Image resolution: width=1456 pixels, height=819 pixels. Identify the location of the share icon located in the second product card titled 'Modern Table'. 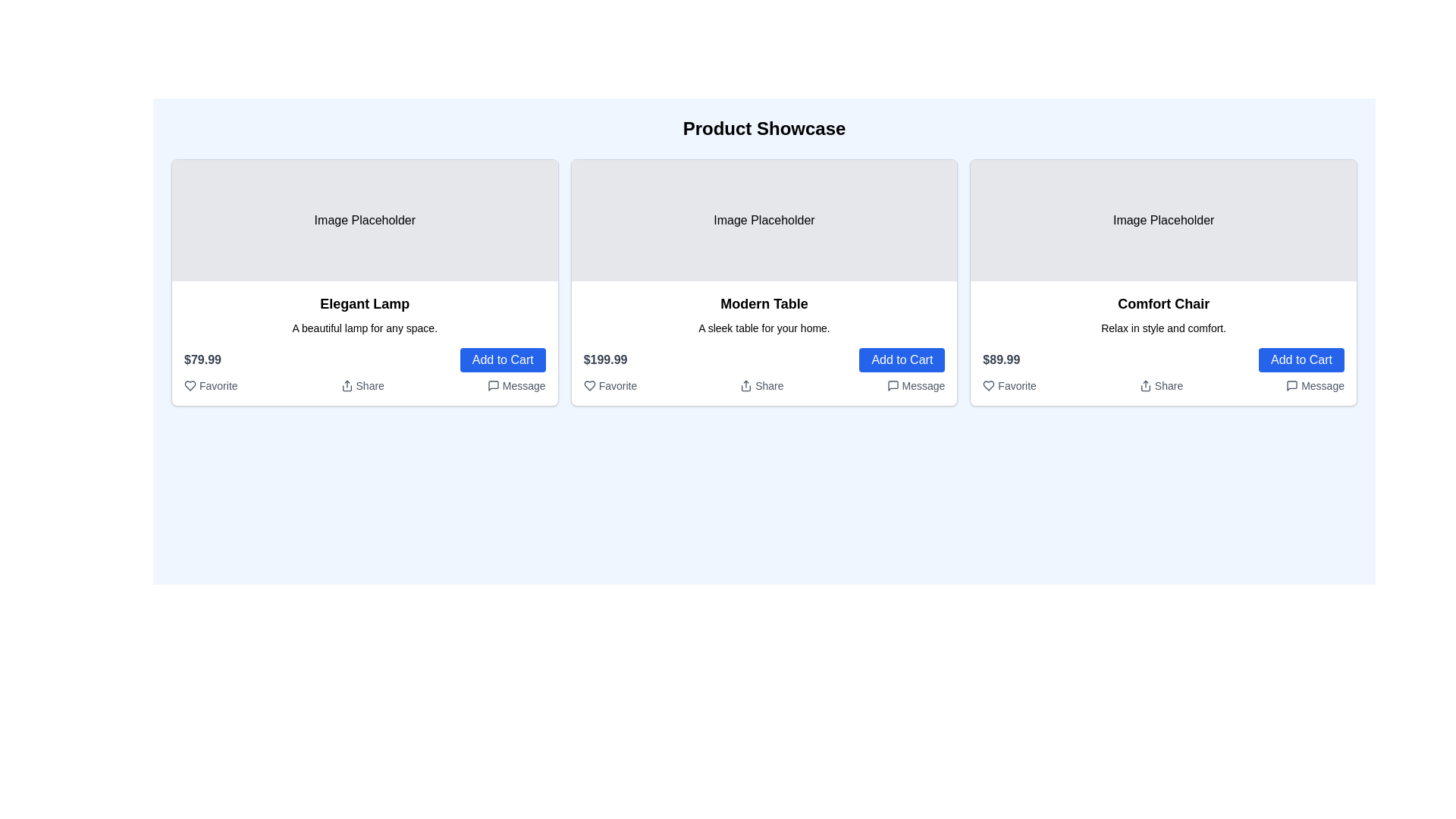
(746, 385).